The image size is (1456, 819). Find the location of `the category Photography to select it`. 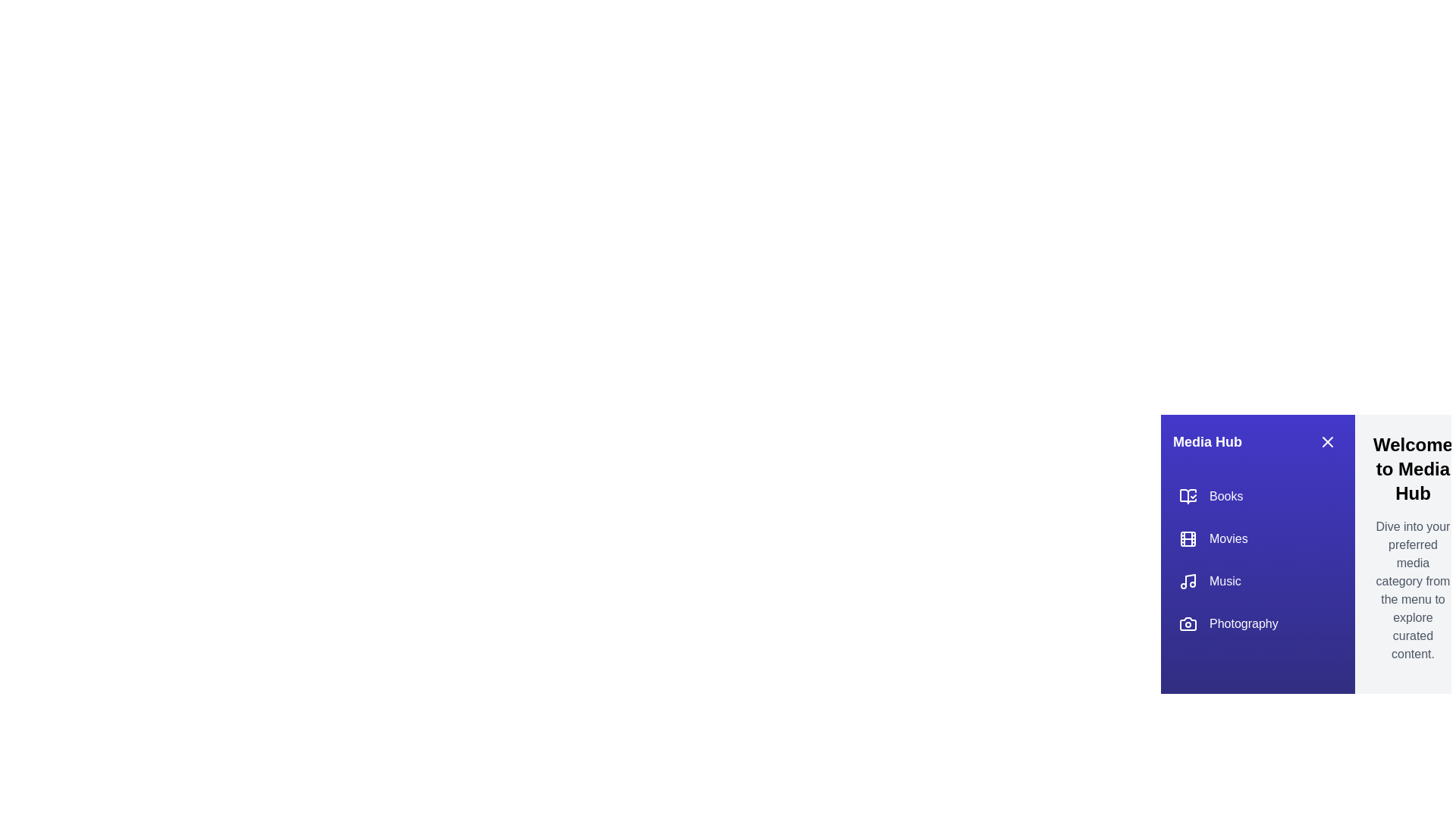

the category Photography to select it is located at coordinates (1258, 623).